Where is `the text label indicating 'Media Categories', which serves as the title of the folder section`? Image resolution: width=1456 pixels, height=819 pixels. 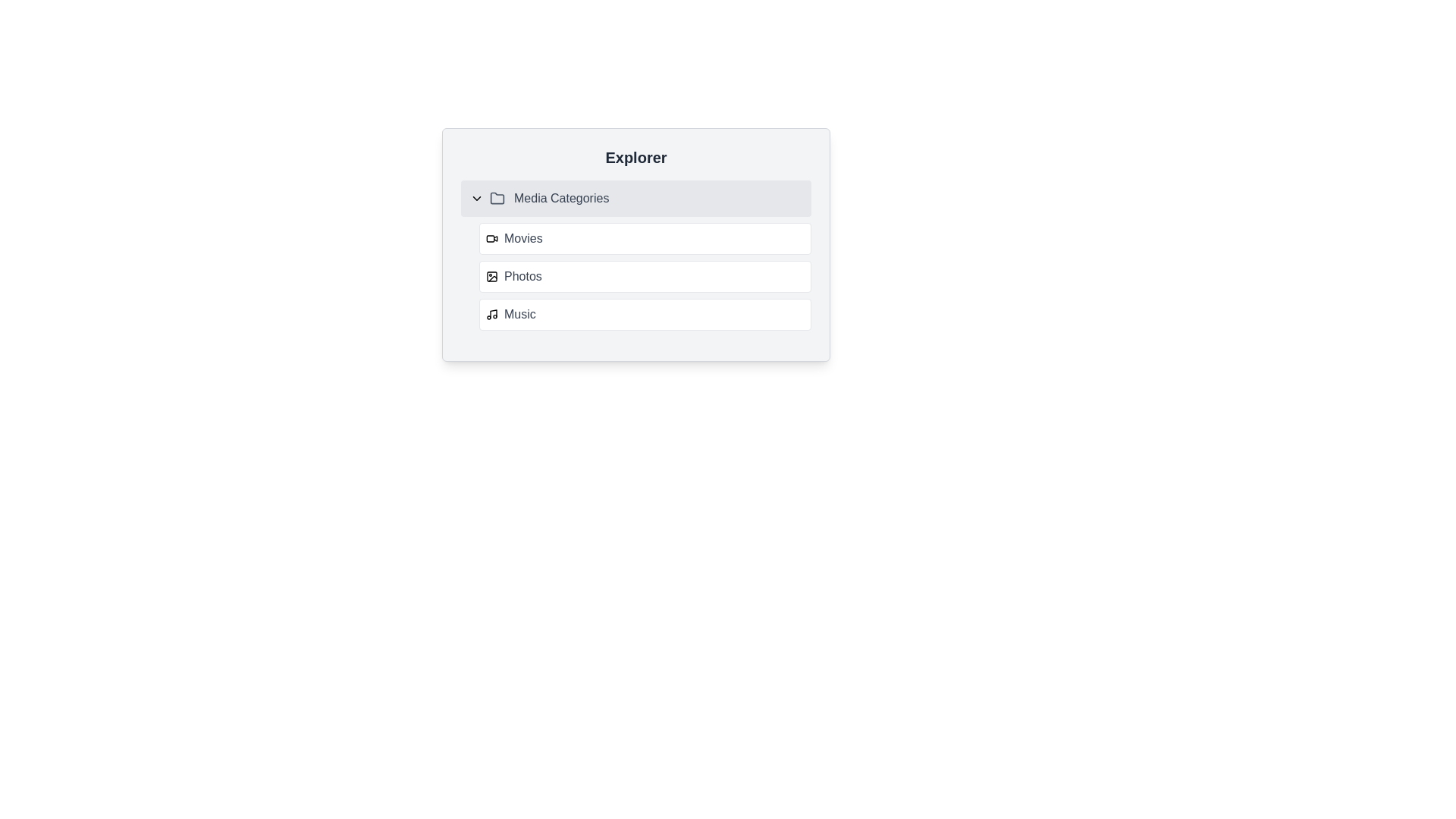 the text label indicating 'Media Categories', which serves as the title of the folder section is located at coordinates (560, 198).